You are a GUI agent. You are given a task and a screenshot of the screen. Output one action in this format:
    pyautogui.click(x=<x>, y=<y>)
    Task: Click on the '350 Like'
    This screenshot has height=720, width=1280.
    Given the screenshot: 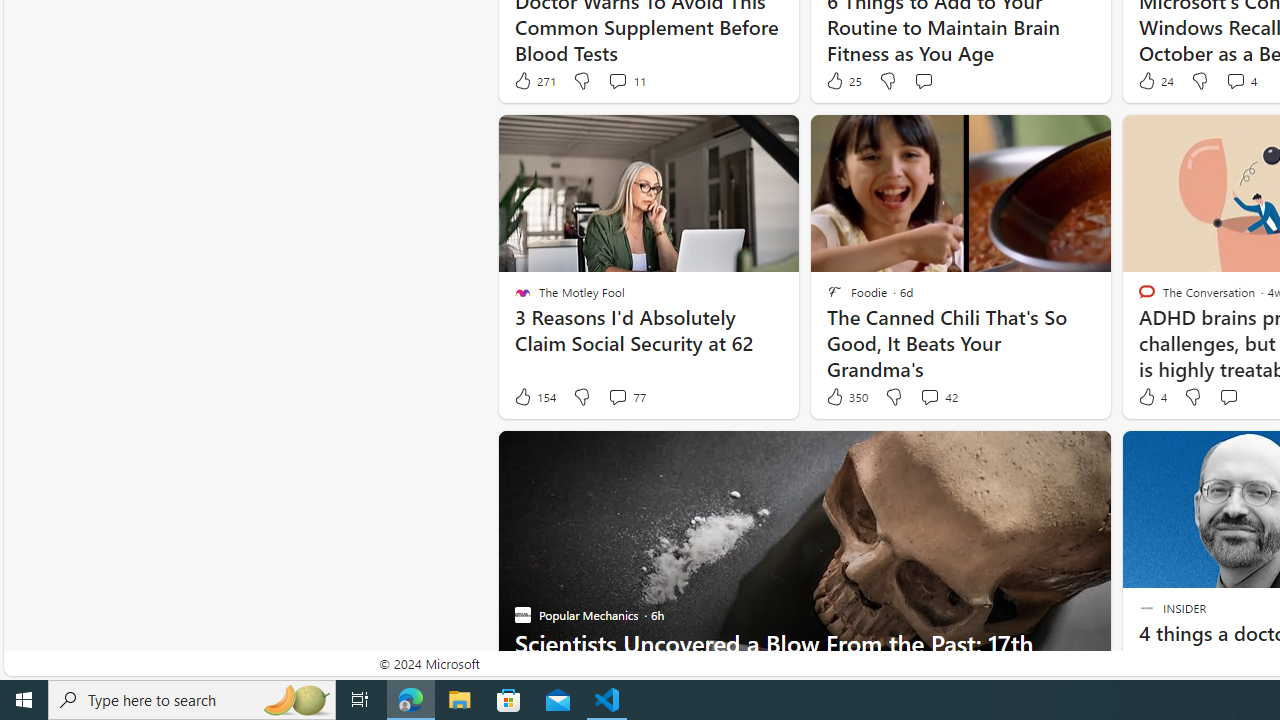 What is the action you would take?
    pyautogui.click(x=846, y=397)
    